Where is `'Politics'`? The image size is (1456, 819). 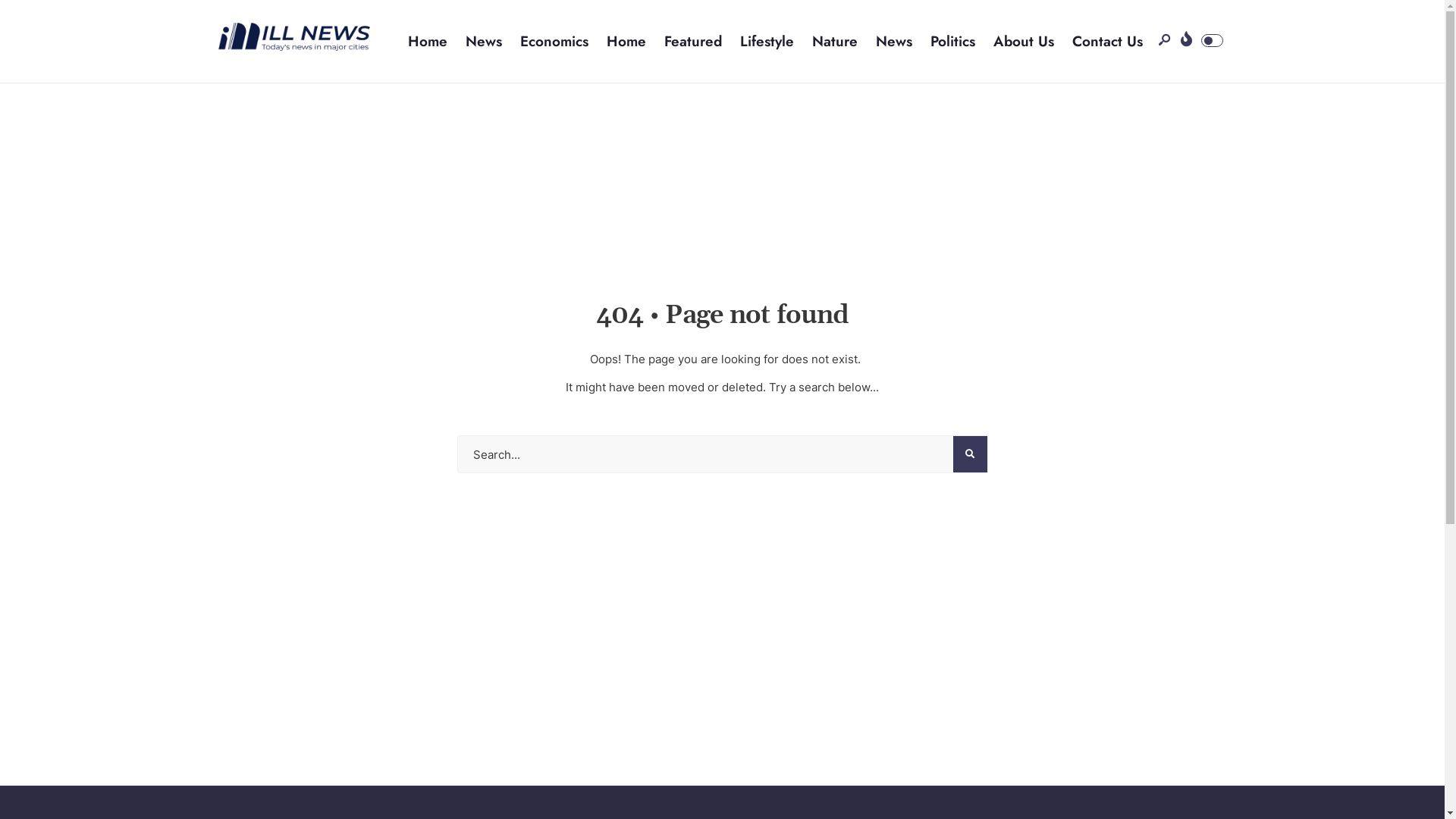
'Politics' is located at coordinates (952, 40).